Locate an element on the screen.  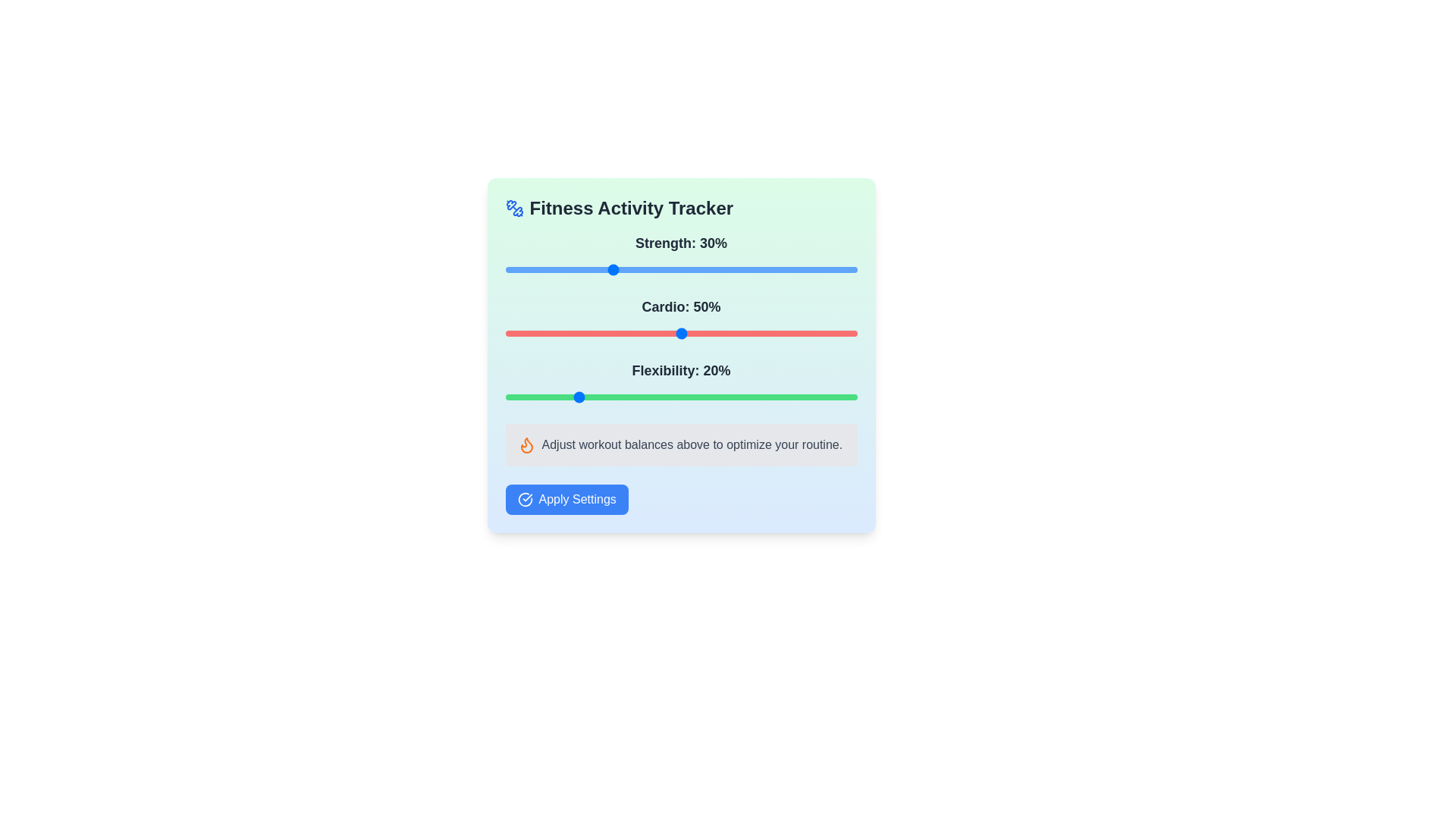
the slider value is located at coordinates (824, 268).